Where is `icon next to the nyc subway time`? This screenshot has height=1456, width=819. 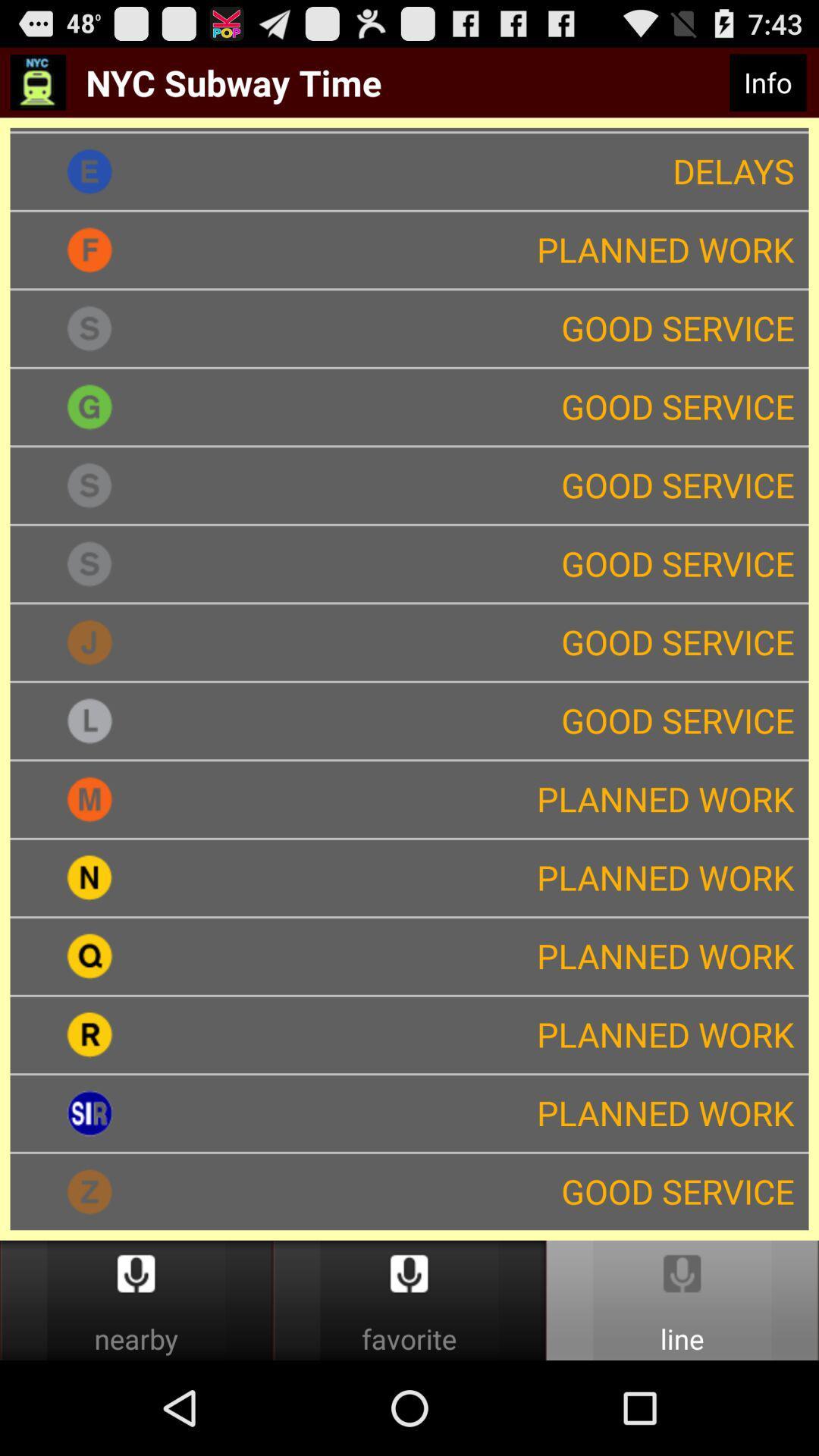 icon next to the nyc subway time is located at coordinates (767, 82).